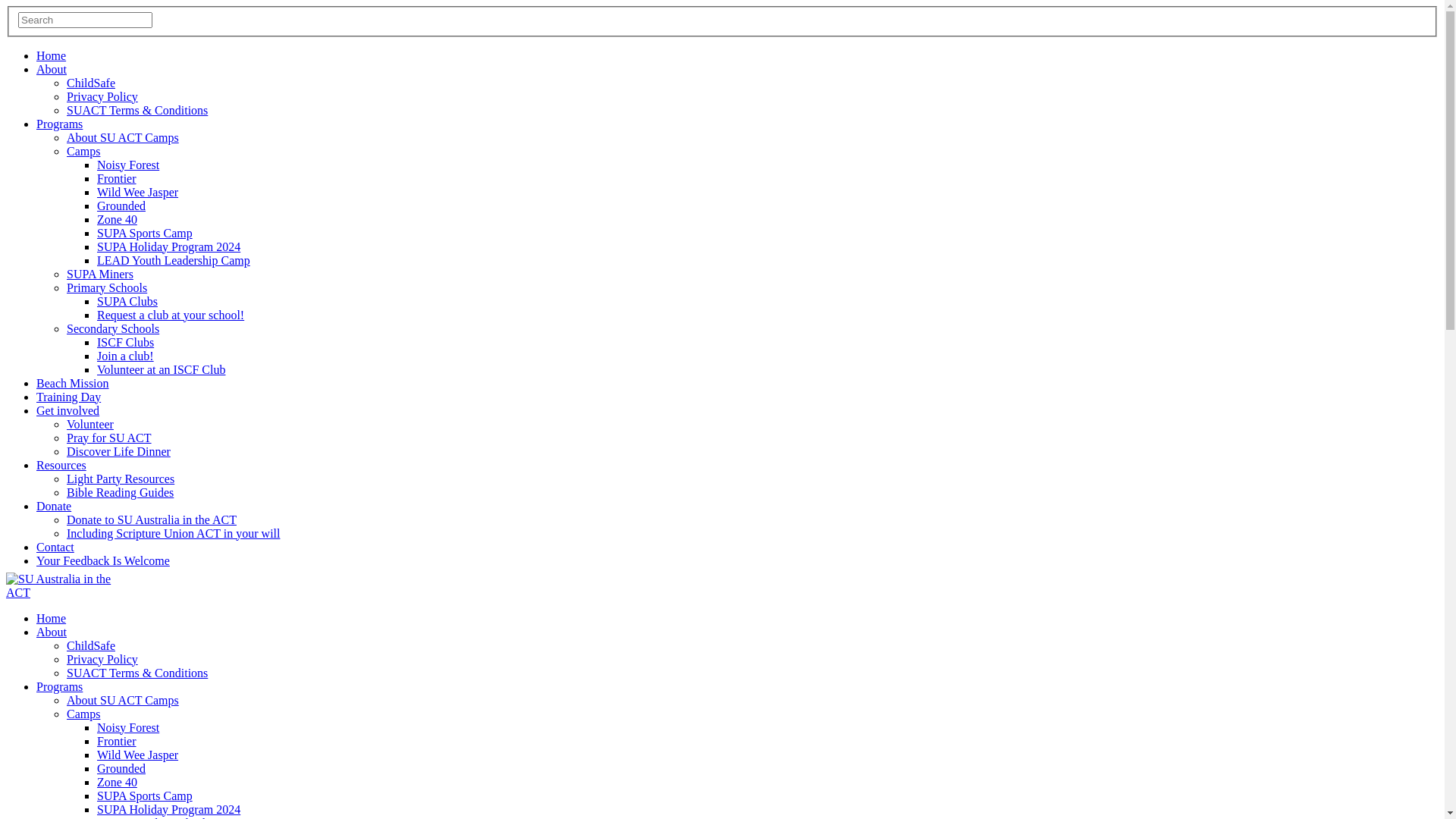  What do you see at coordinates (59, 123) in the screenshot?
I see `'Programs'` at bounding box center [59, 123].